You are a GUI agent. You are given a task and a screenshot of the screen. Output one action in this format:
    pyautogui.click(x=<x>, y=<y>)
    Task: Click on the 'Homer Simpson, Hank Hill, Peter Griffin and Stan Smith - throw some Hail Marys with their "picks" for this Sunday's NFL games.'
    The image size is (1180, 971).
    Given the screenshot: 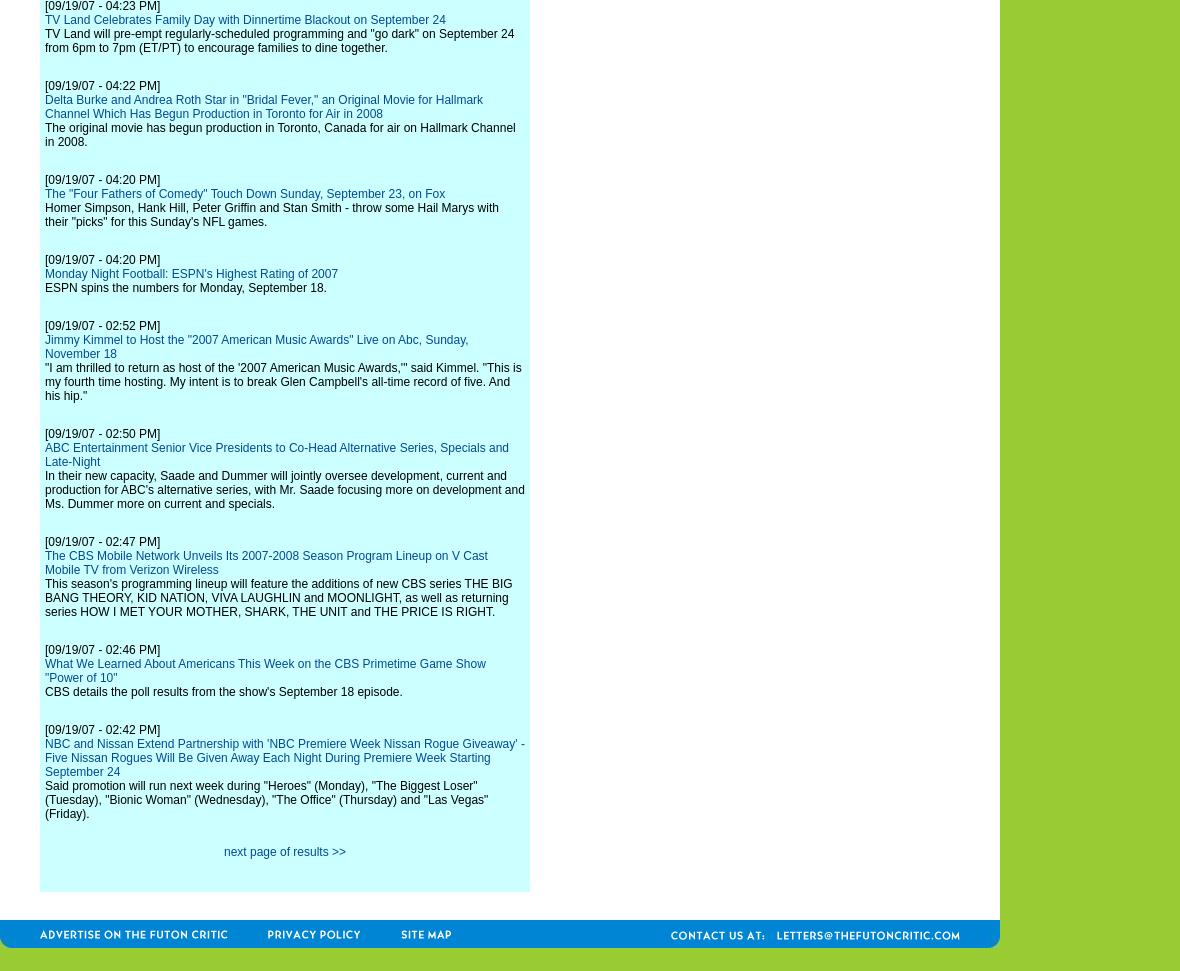 What is the action you would take?
    pyautogui.click(x=271, y=213)
    